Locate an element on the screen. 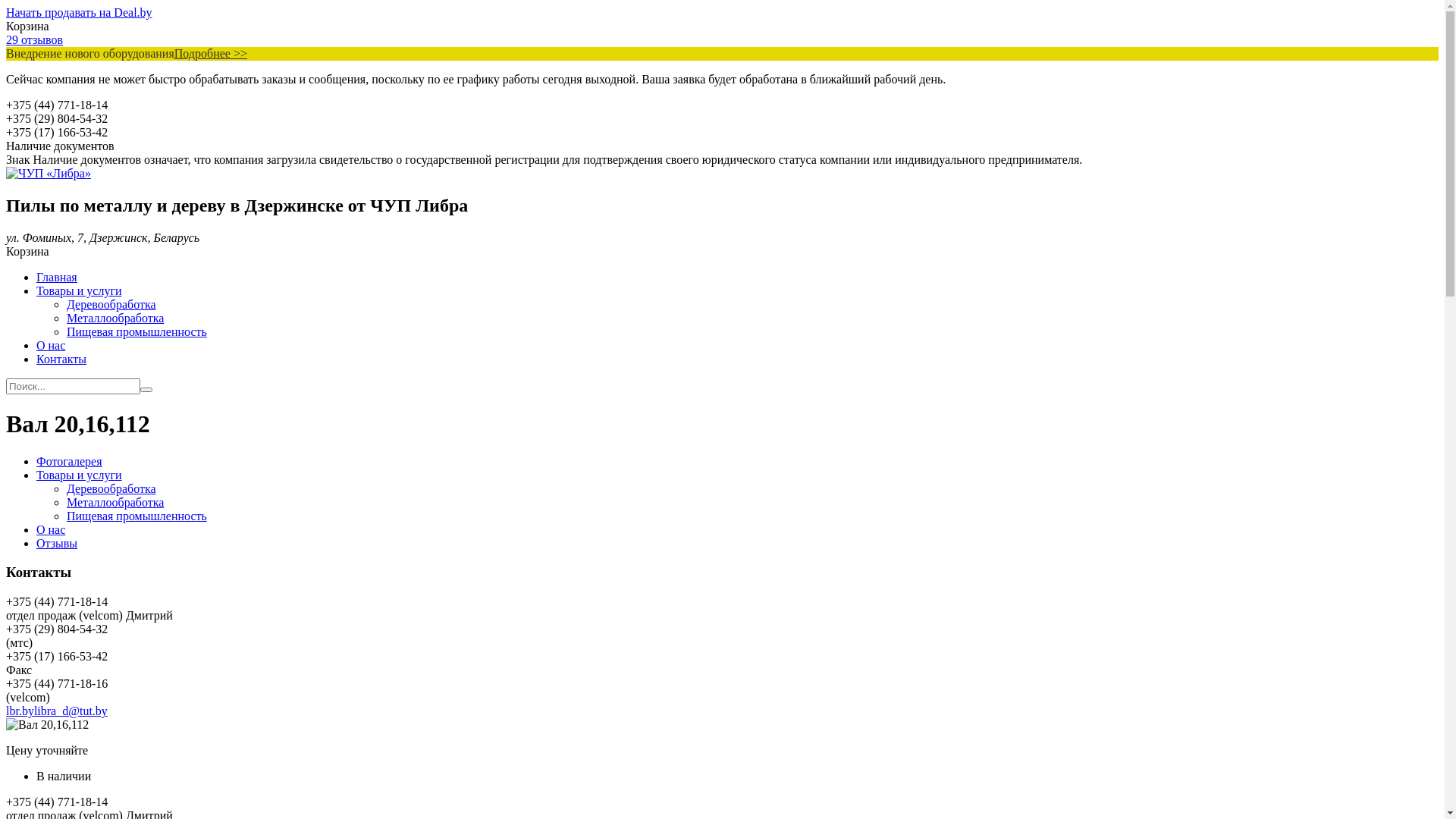 The image size is (1456, 819). 'libra_d@tut.by' is located at coordinates (33, 711).